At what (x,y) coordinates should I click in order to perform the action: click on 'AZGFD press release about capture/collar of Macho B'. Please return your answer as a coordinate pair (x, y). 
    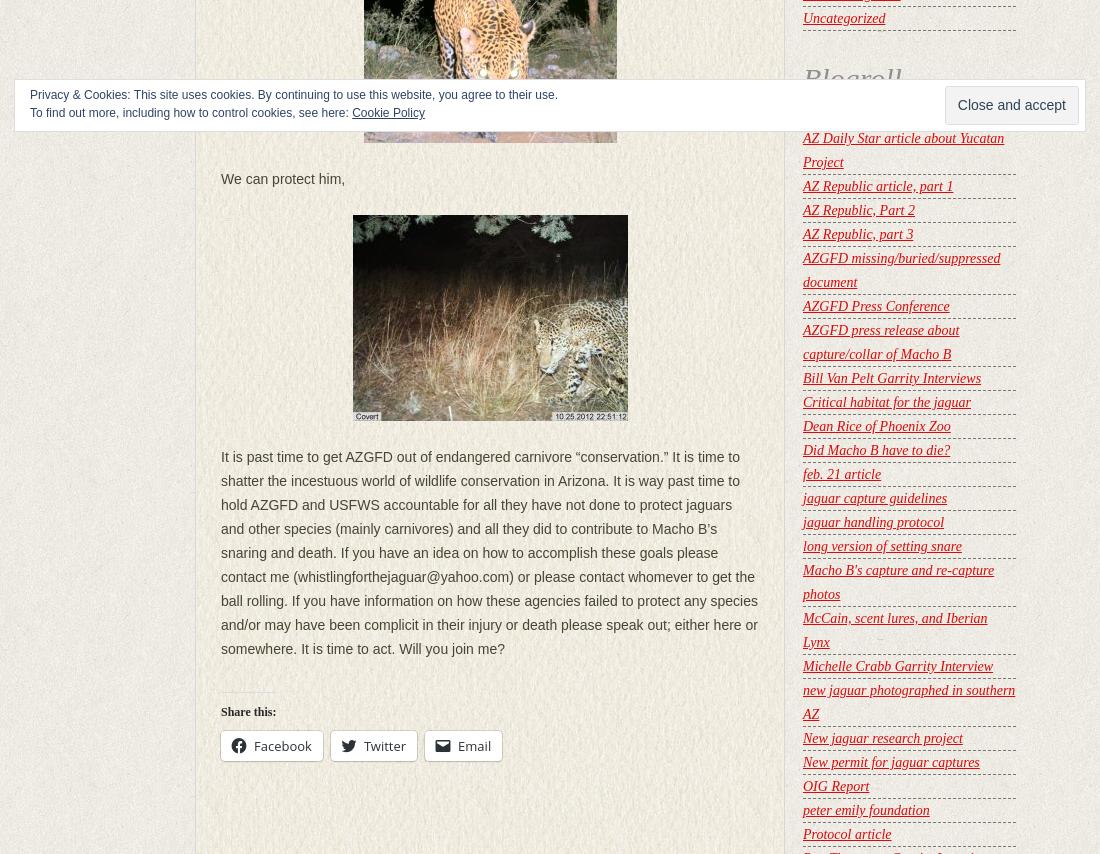
    Looking at the image, I should click on (879, 342).